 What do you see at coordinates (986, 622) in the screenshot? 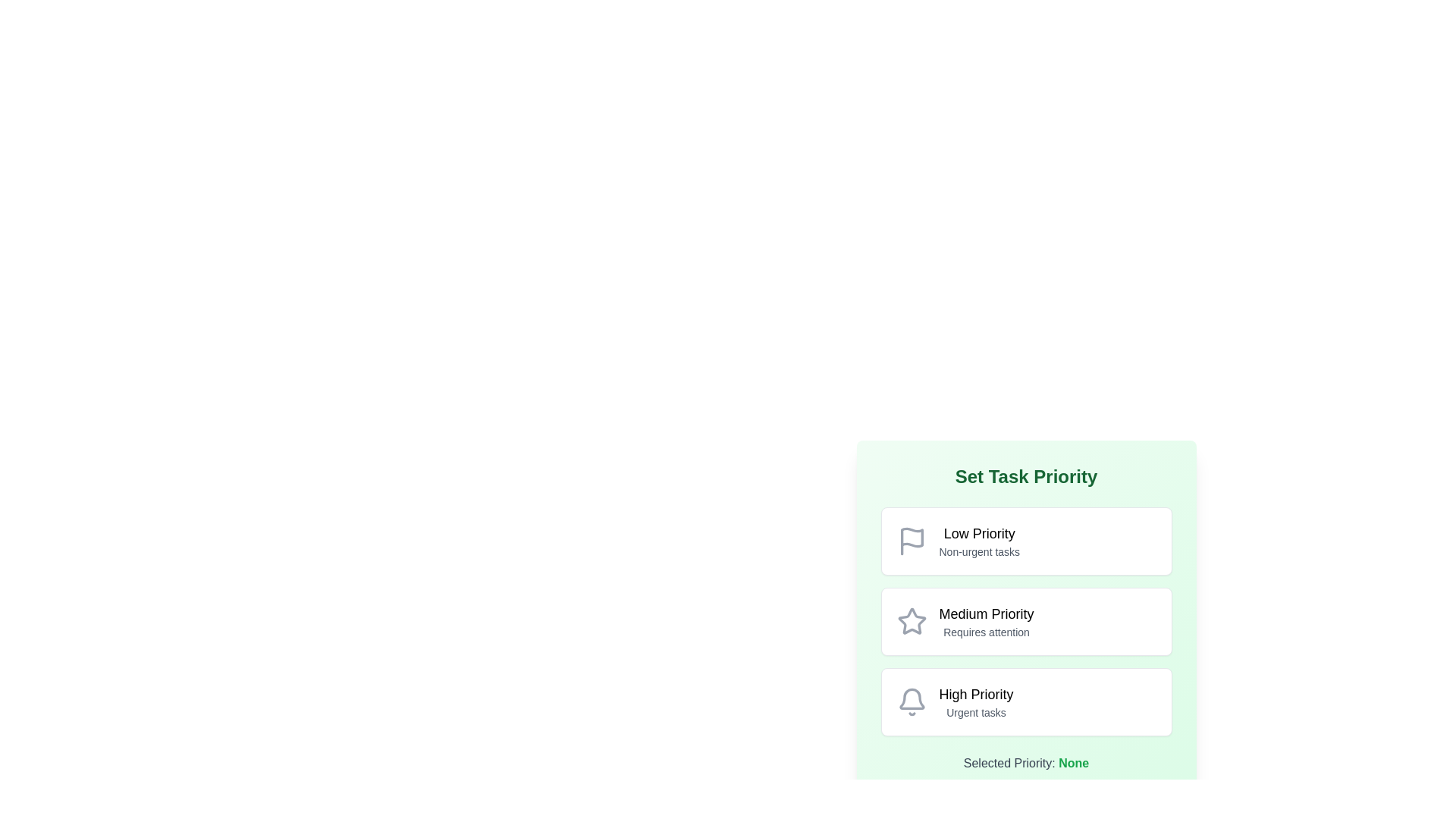
I see `the 'Medium Priority' text-label element` at bounding box center [986, 622].